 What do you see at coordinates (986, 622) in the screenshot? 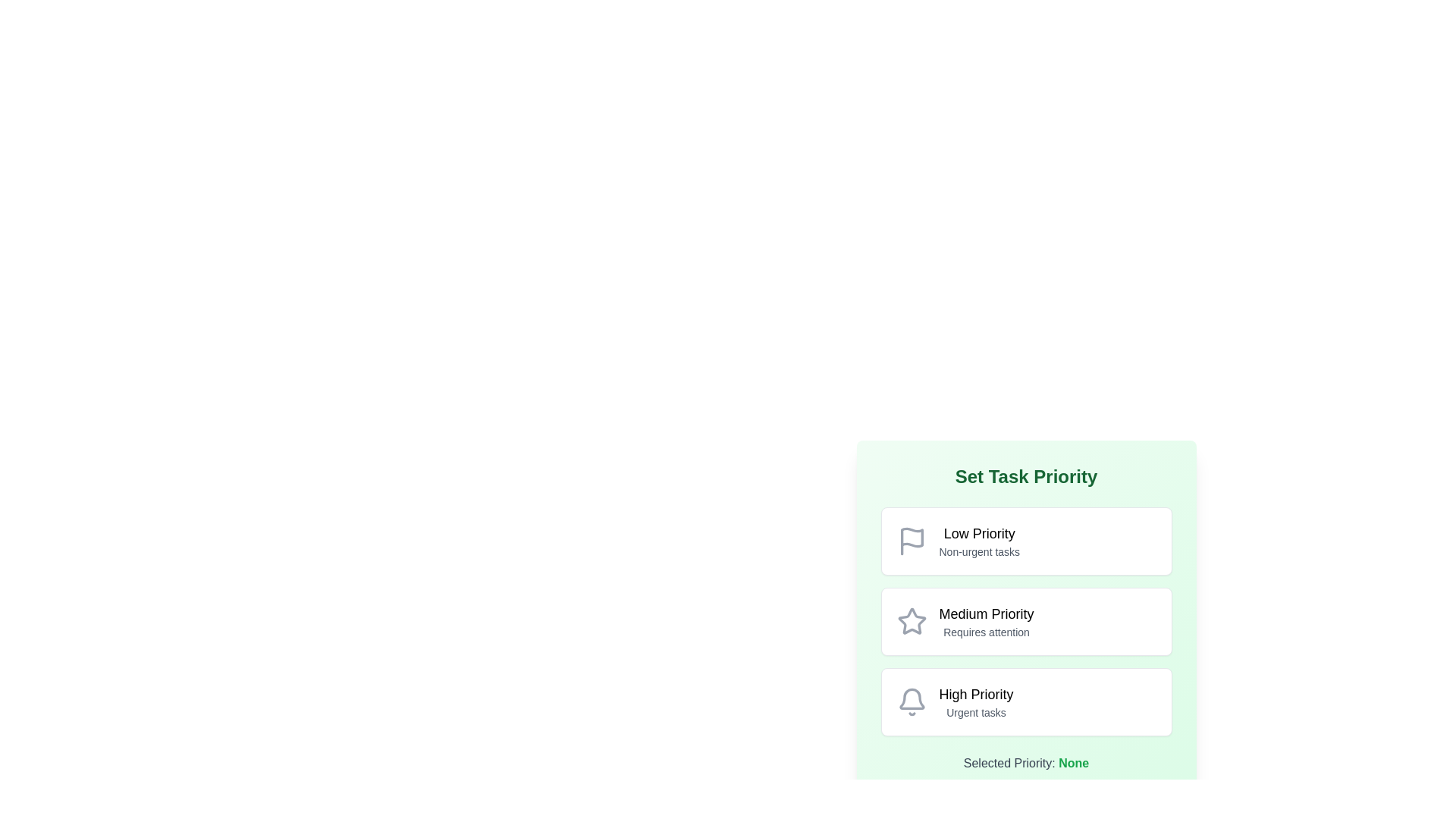
I see `the 'Medium Priority' text-label element` at bounding box center [986, 622].